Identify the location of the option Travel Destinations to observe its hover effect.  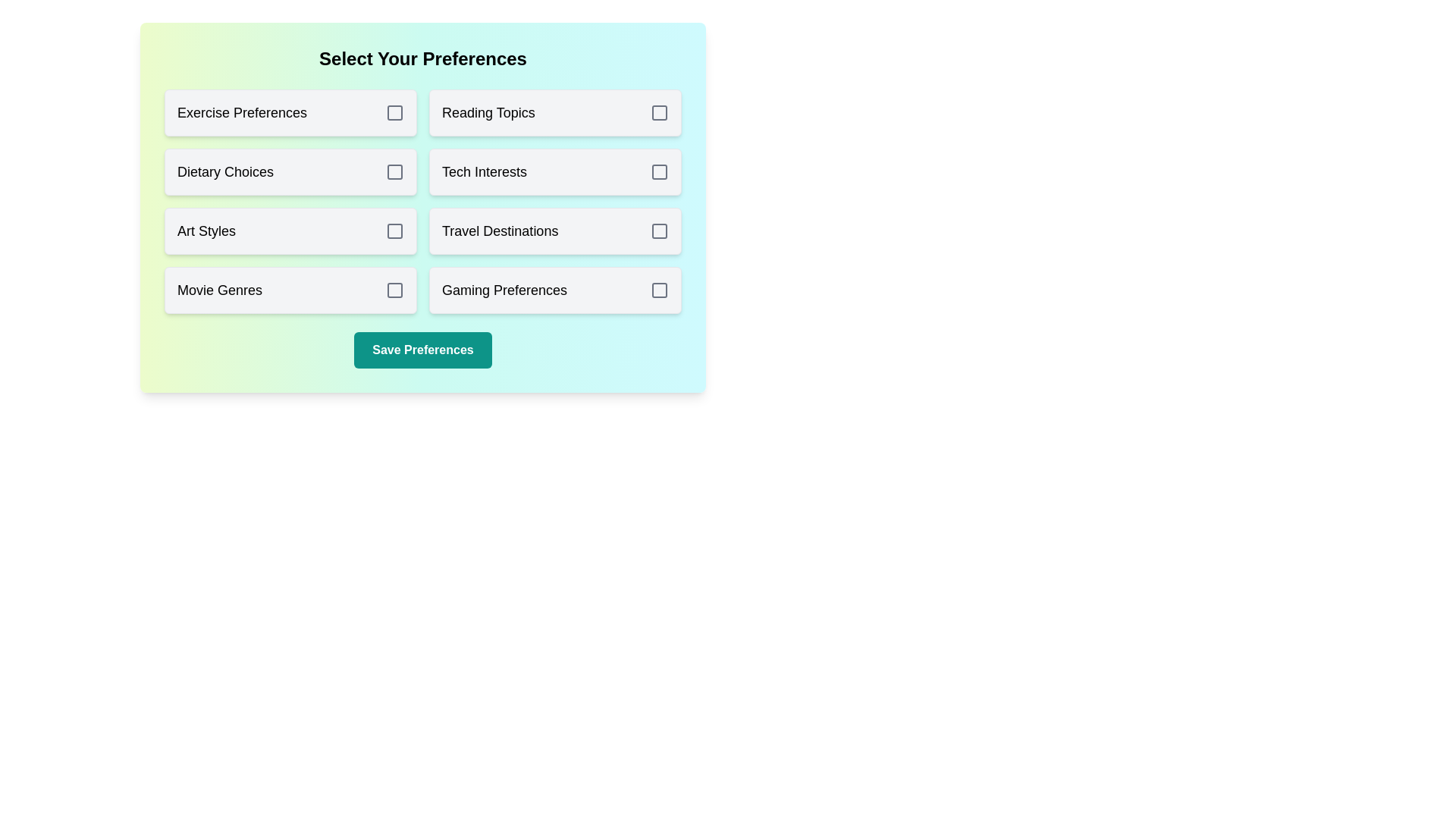
(554, 231).